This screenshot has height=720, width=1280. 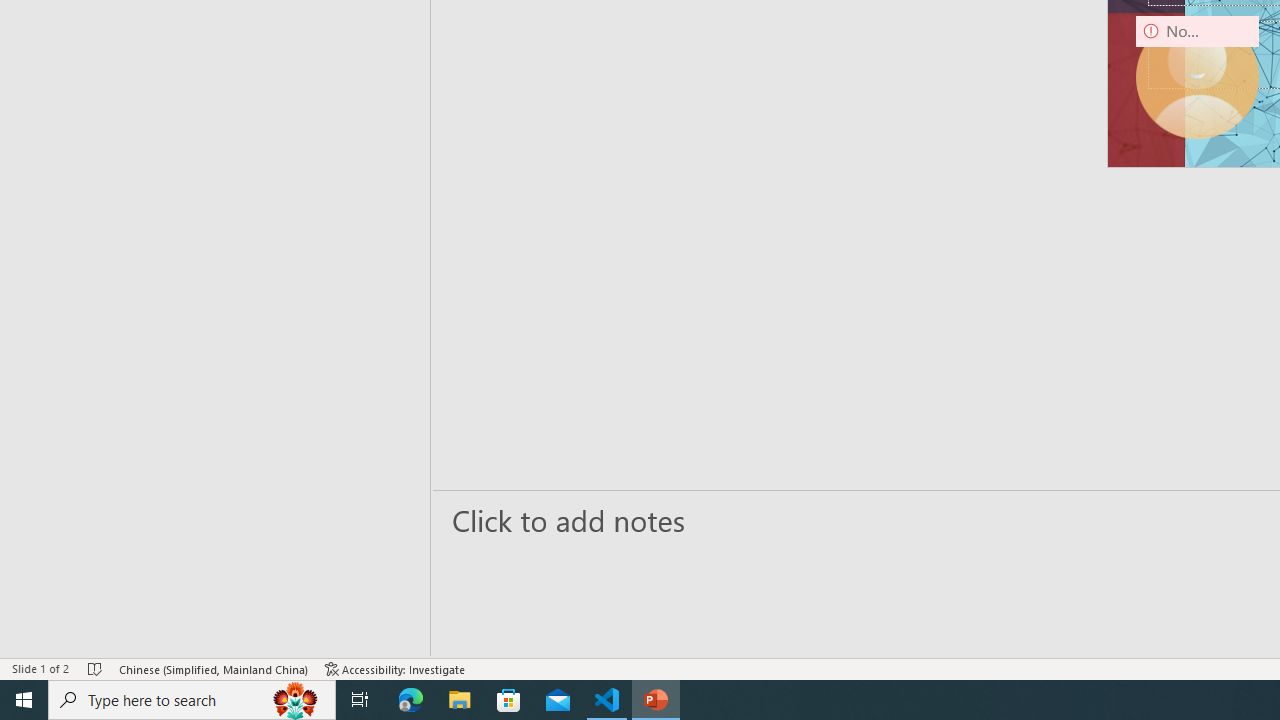 What do you see at coordinates (1197, 76) in the screenshot?
I see `'Camera 9, No camera detected.'` at bounding box center [1197, 76].